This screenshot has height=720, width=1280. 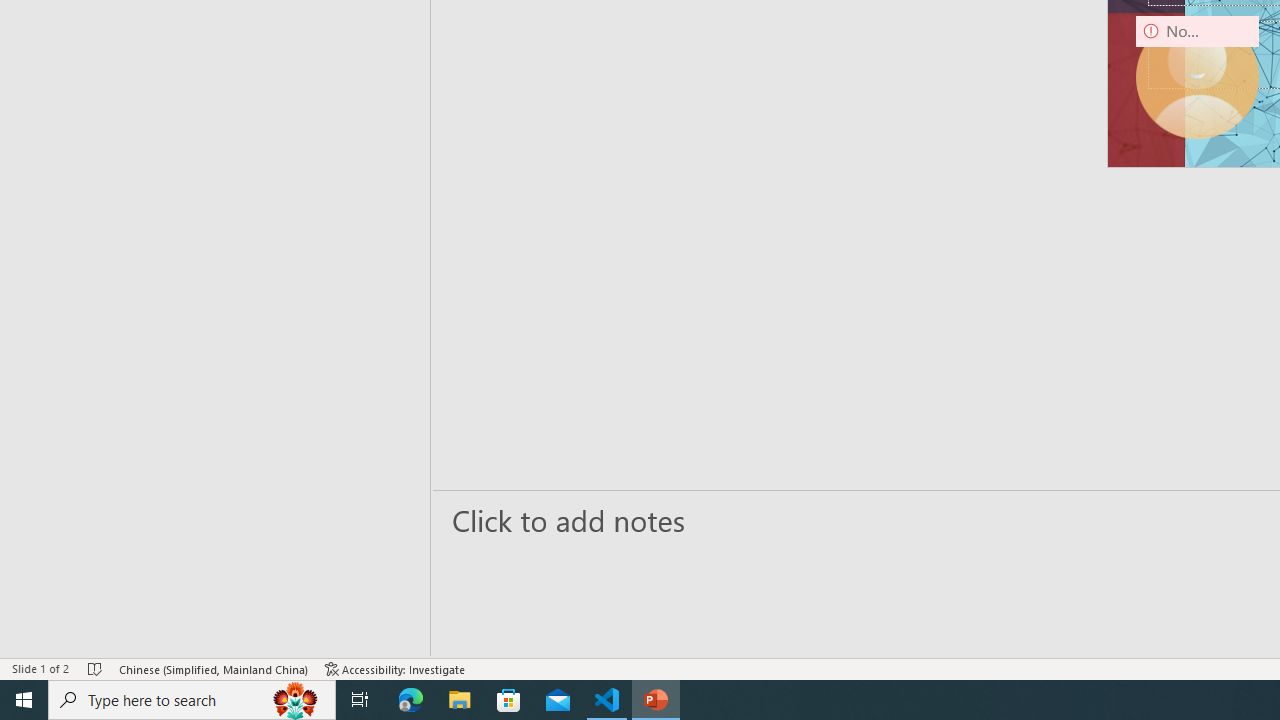 What do you see at coordinates (1197, 76) in the screenshot?
I see `'Camera 9, No camera detected.'` at bounding box center [1197, 76].